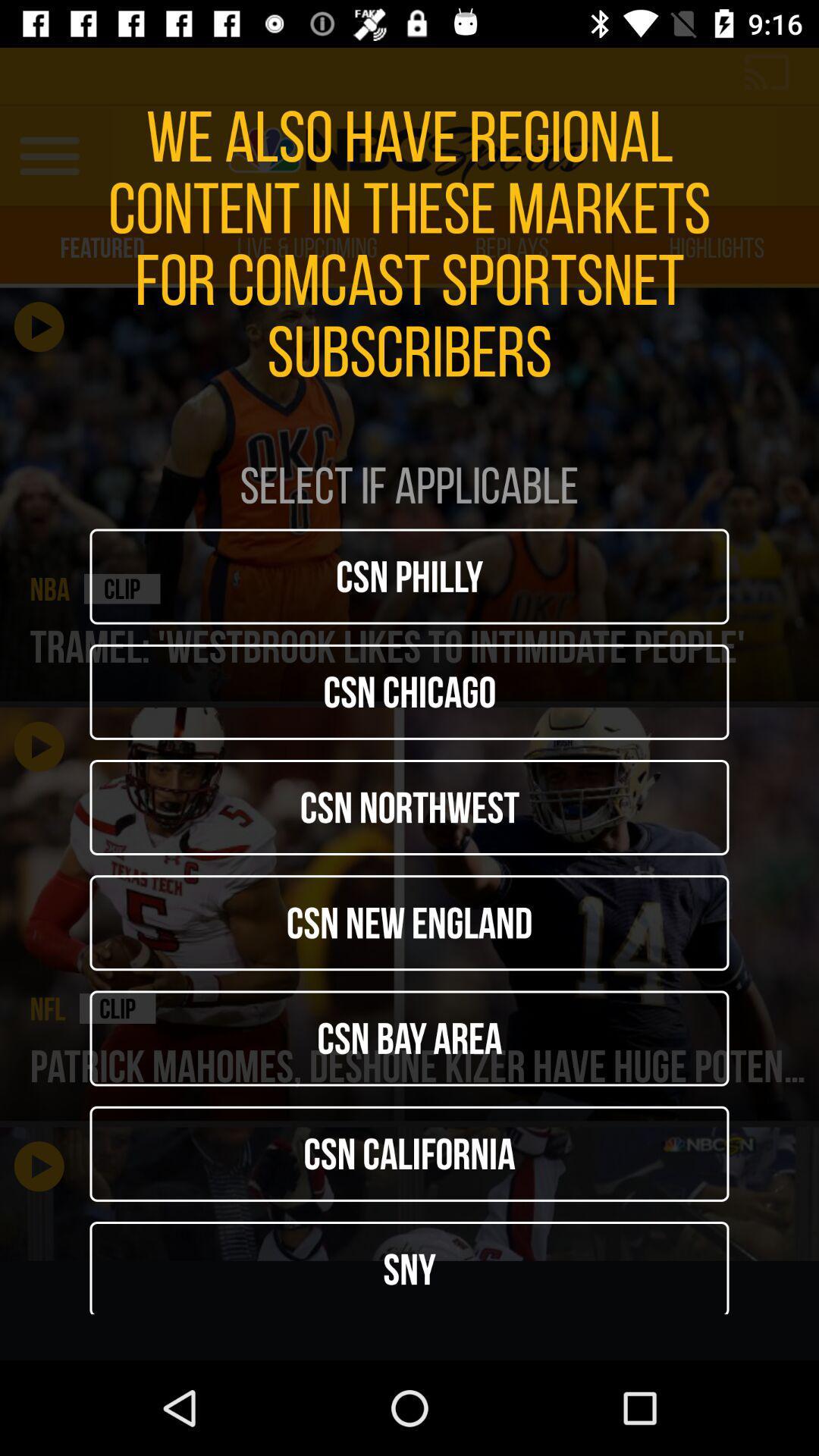  I want to click on csn new england icon, so click(409, 922).